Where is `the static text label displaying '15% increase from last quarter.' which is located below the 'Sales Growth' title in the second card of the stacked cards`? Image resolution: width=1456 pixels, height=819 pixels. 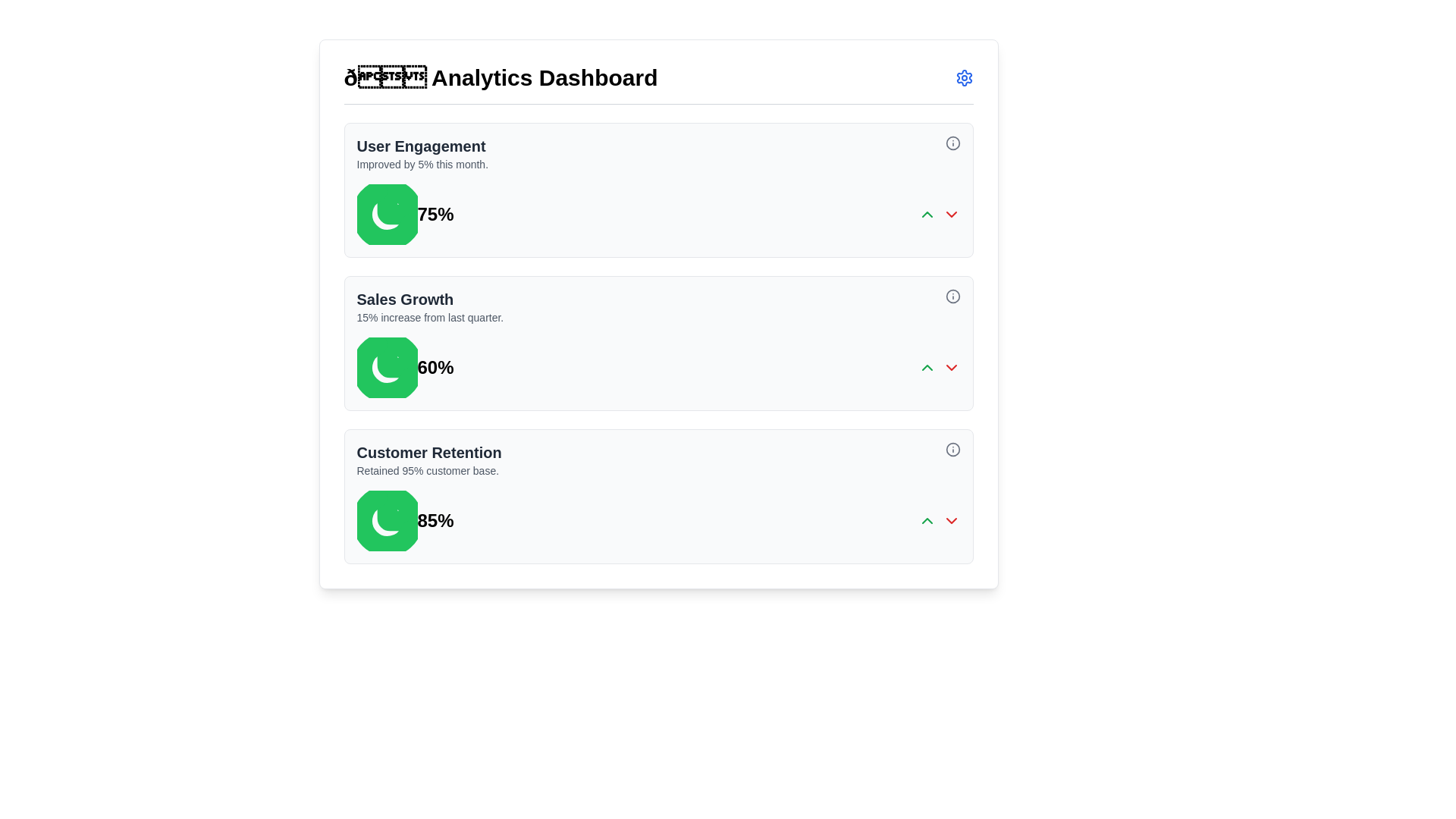
the static text label displaying '15% increase from last quarter.' which is located below the 'Sales Growth' title in the second card of the stacked cards is located at coordinates (429, 317).